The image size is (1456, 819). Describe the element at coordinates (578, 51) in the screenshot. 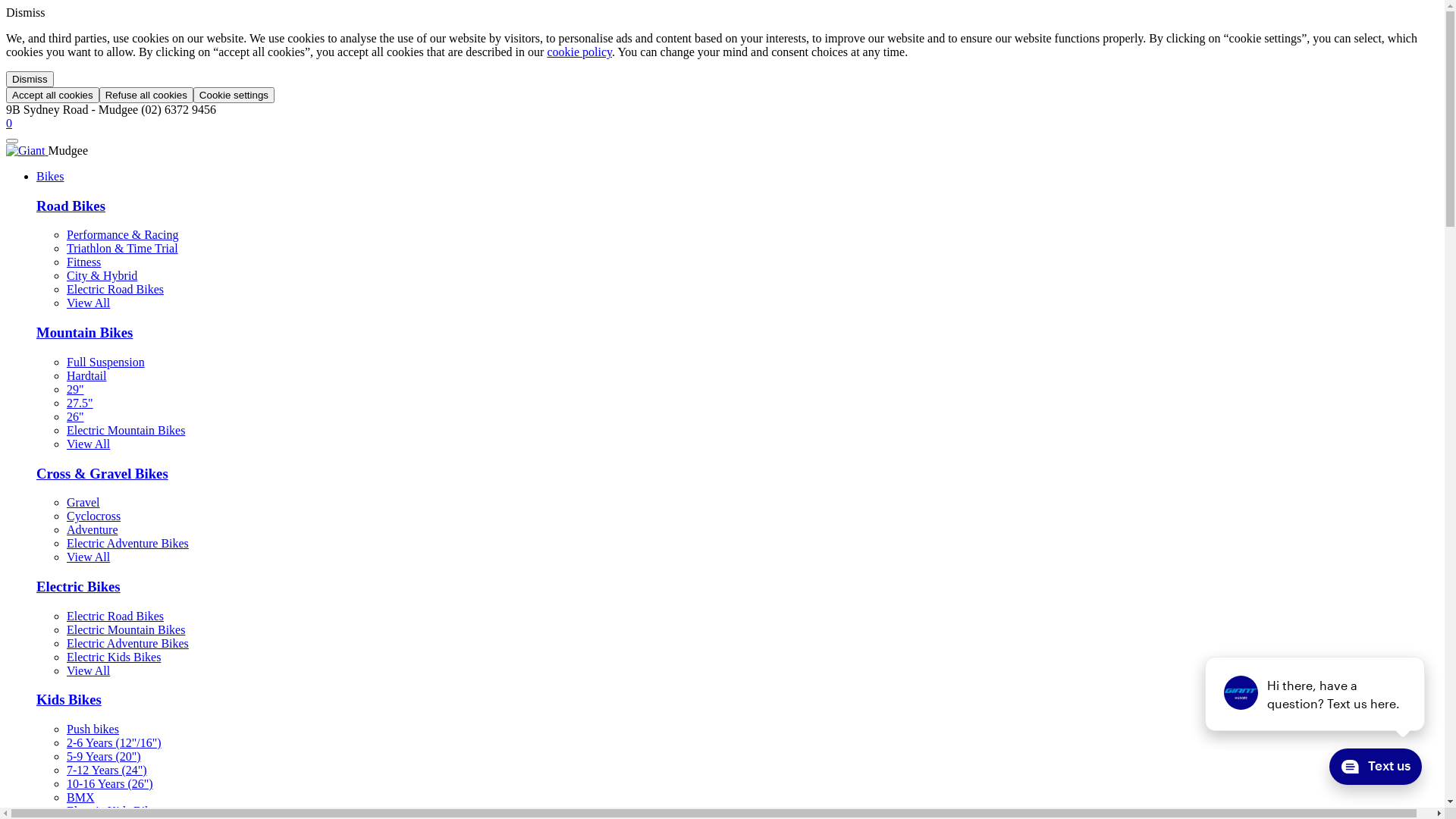

I see `'cookie policy'` at that location.